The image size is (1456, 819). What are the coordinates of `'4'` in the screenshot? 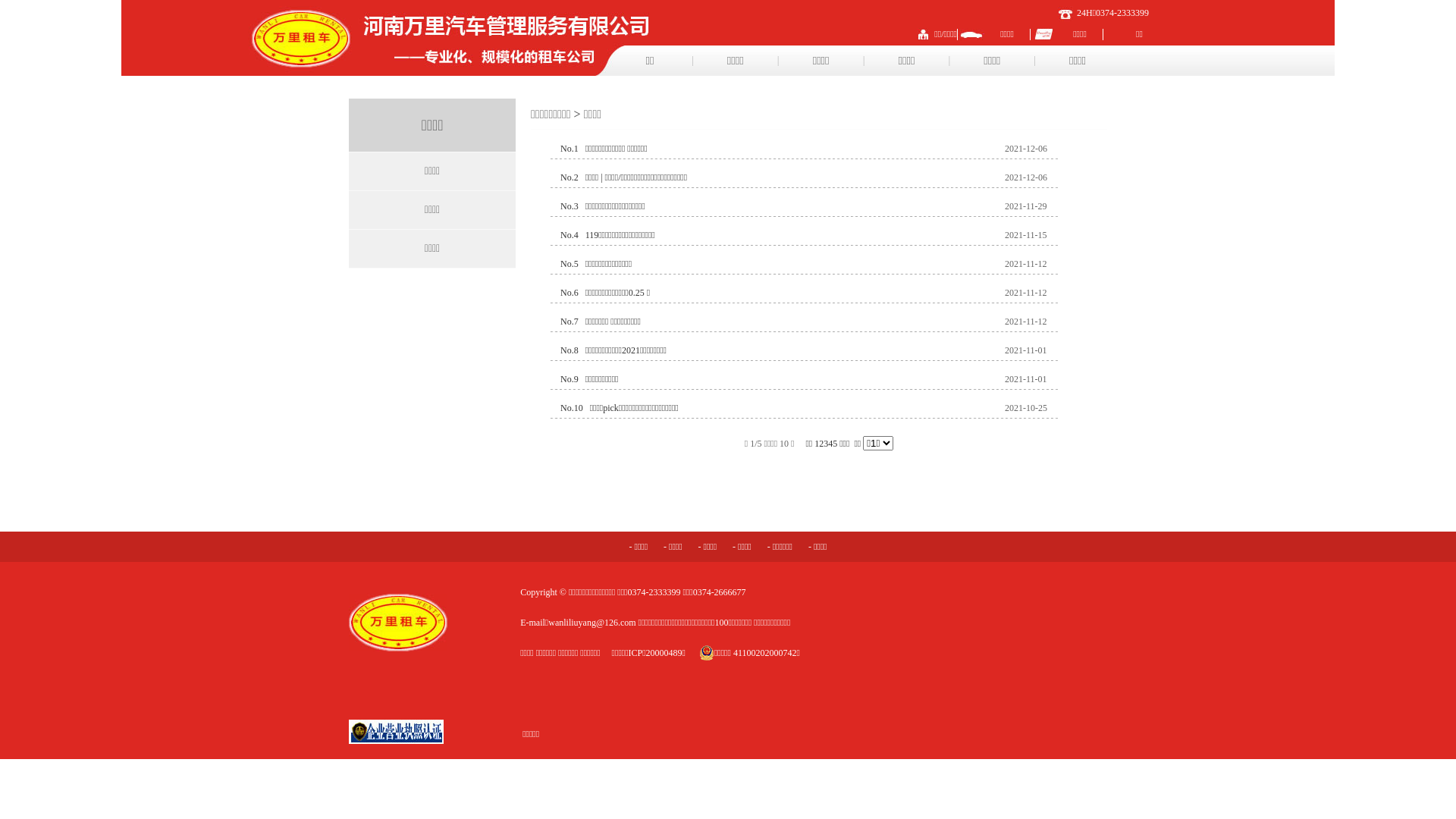 It's located at (829, 444).